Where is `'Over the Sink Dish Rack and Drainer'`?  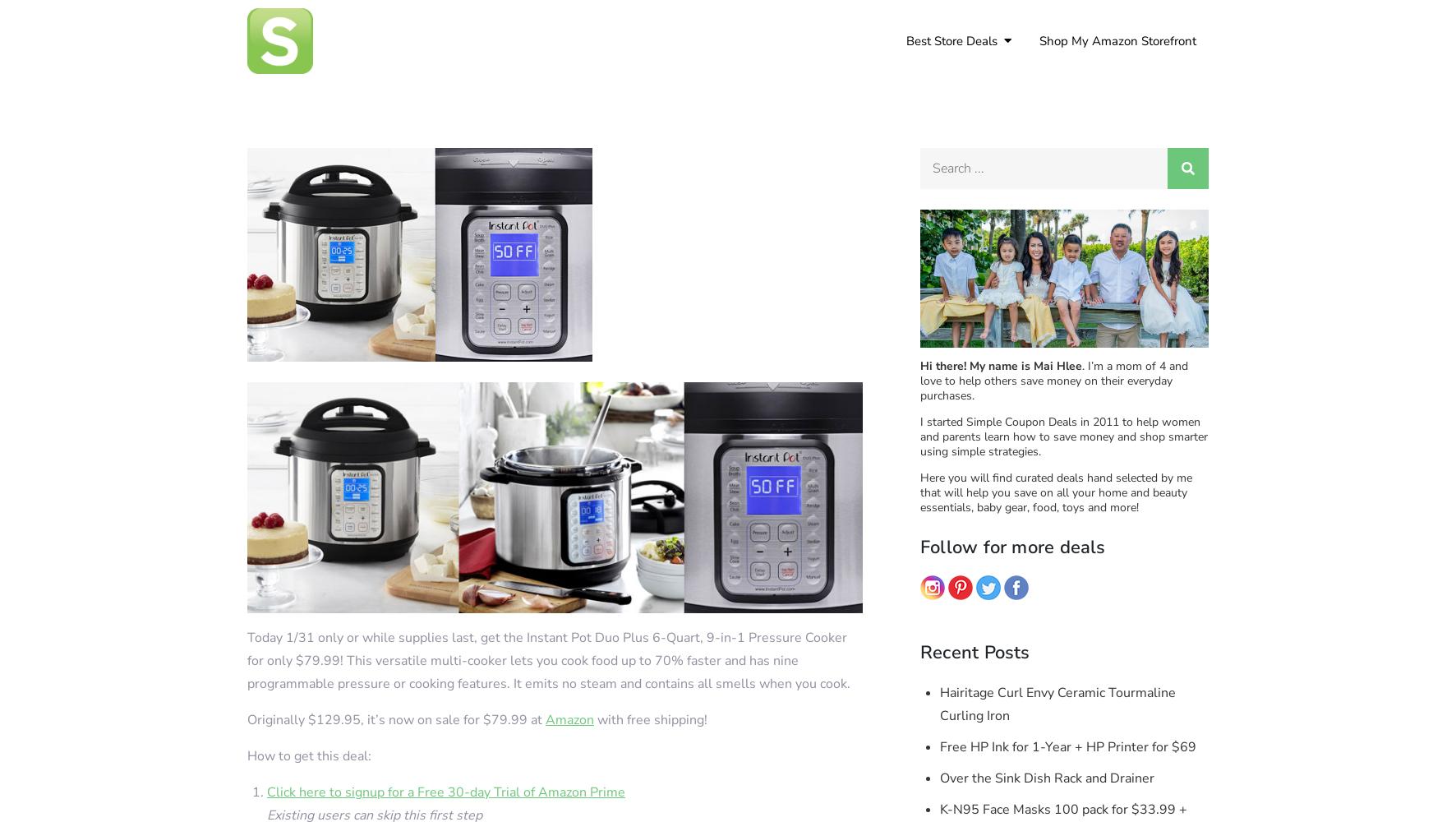
'Over the Sink Dish Rack and Drainer' is located at coordinates (1047, 778).